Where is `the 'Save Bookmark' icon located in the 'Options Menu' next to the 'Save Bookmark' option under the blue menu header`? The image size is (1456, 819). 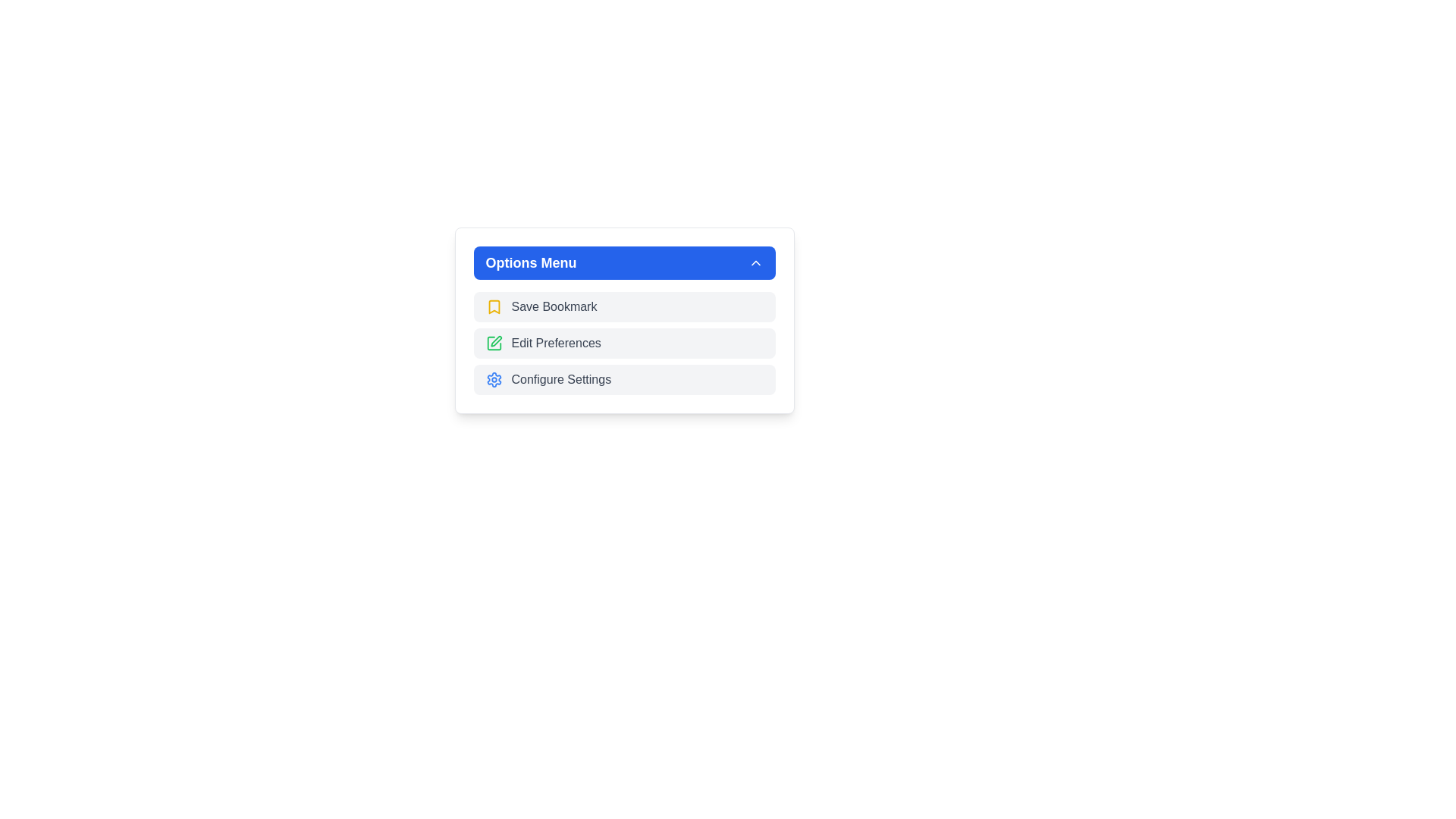 the 'Save Bookmark' icon located in the 'Options Menu' next to the 'Save Bookmark' option under the blue menu header is located at coordinates (494, 307).